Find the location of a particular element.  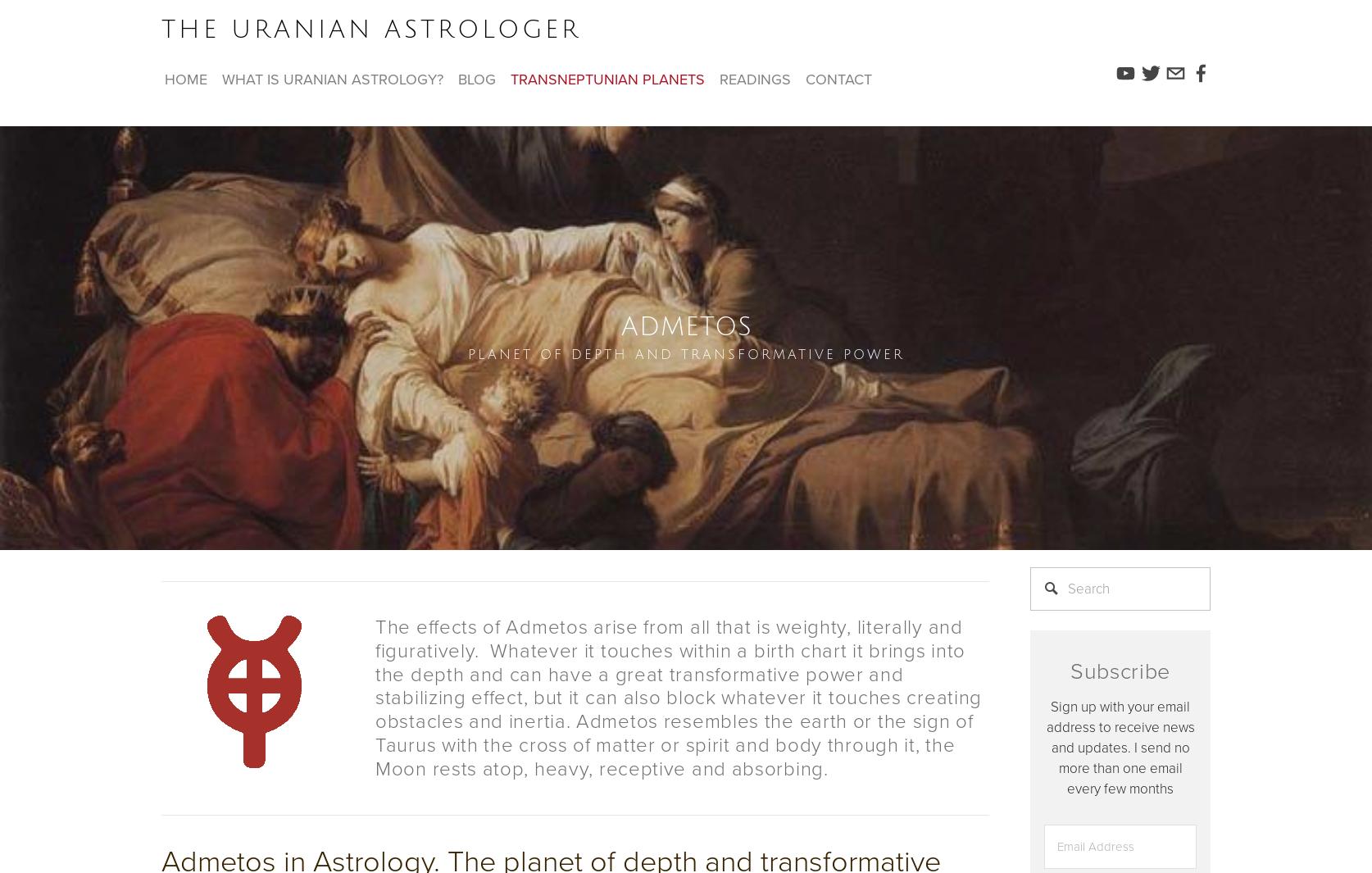

'readings' is located at coordinates (755, 79).